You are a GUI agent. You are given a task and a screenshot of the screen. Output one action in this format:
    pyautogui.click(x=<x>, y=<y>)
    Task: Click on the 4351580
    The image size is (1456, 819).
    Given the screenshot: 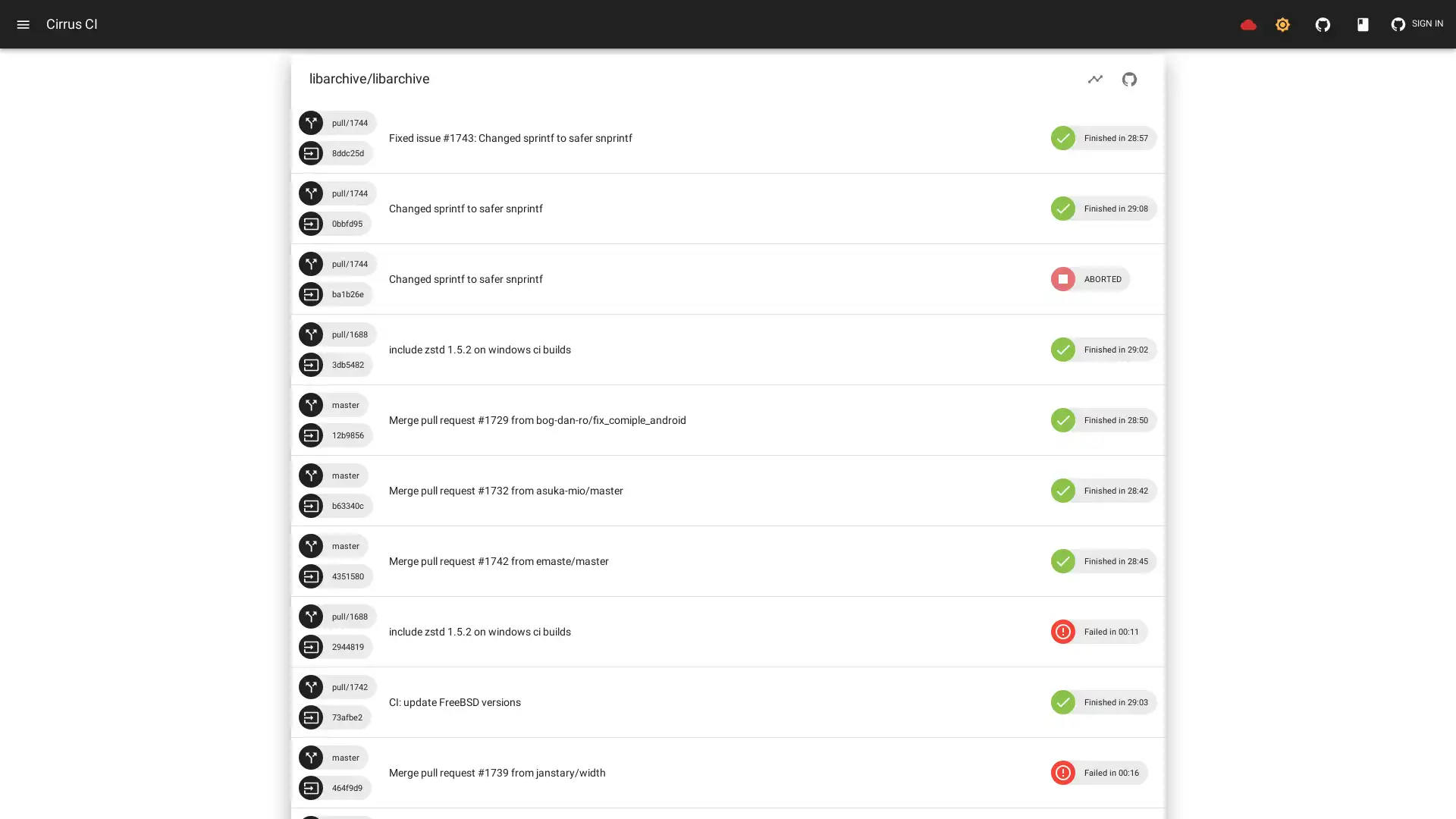 What is the action you would take?
    pyautogui.click(x=334, y=576)
    